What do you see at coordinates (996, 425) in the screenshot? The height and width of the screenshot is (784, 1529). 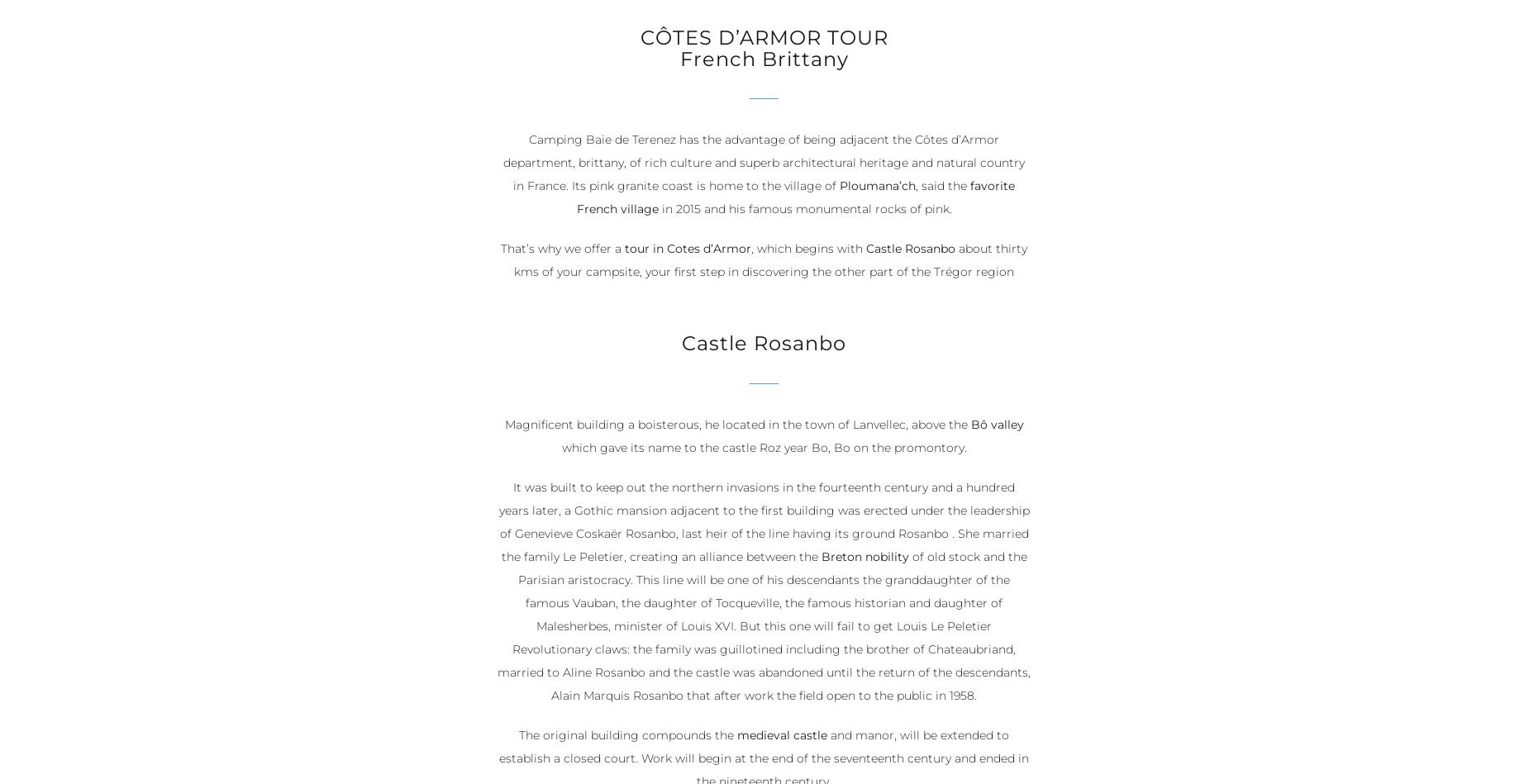 I see `'Bô valley'` at bounding box center [996, 425].